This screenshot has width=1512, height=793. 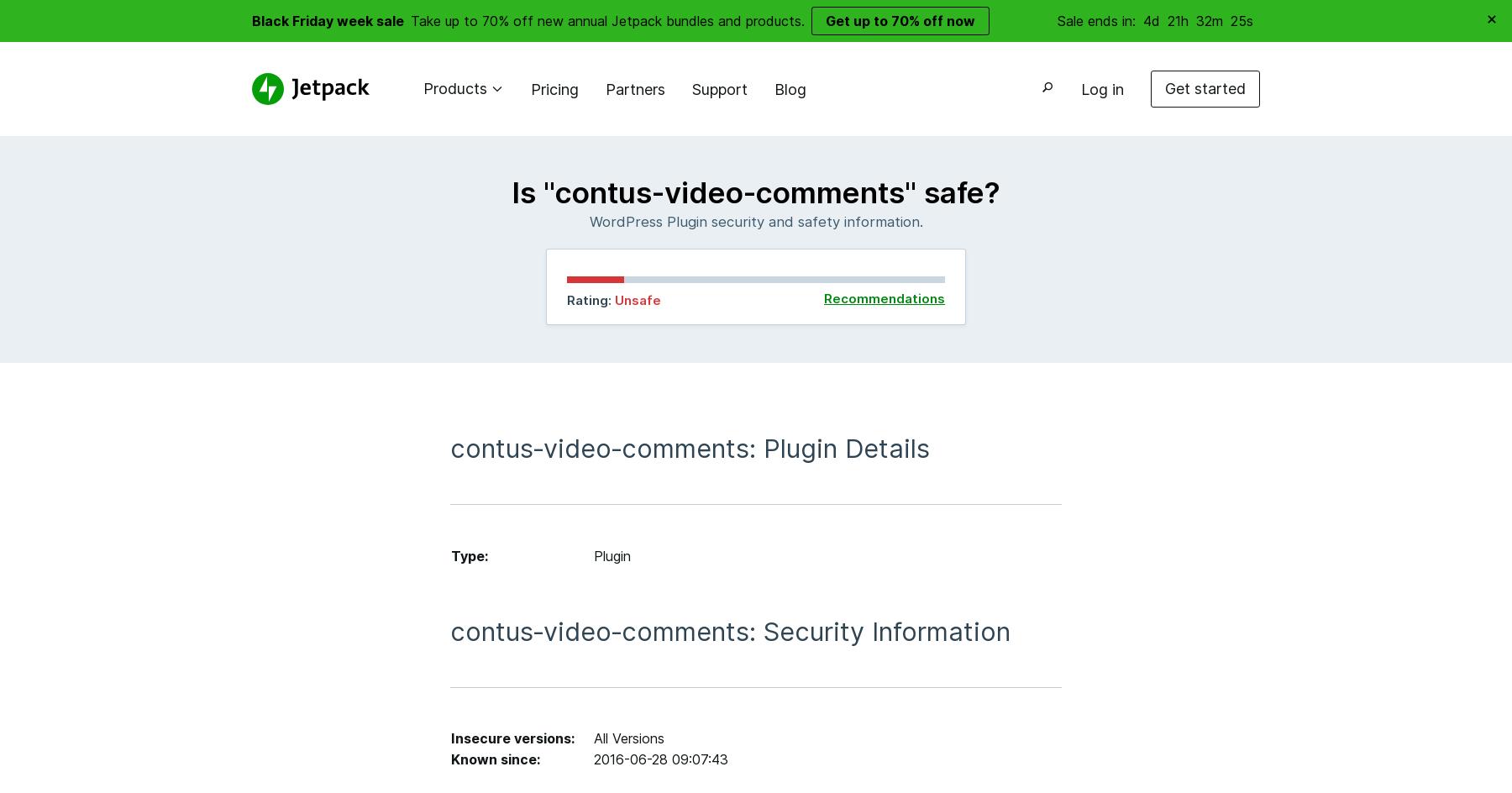 What do you see at coordinates (1099, 19) in the screenshot?
I see `'Sale ends in:'` at bounding box center [1099, 19].